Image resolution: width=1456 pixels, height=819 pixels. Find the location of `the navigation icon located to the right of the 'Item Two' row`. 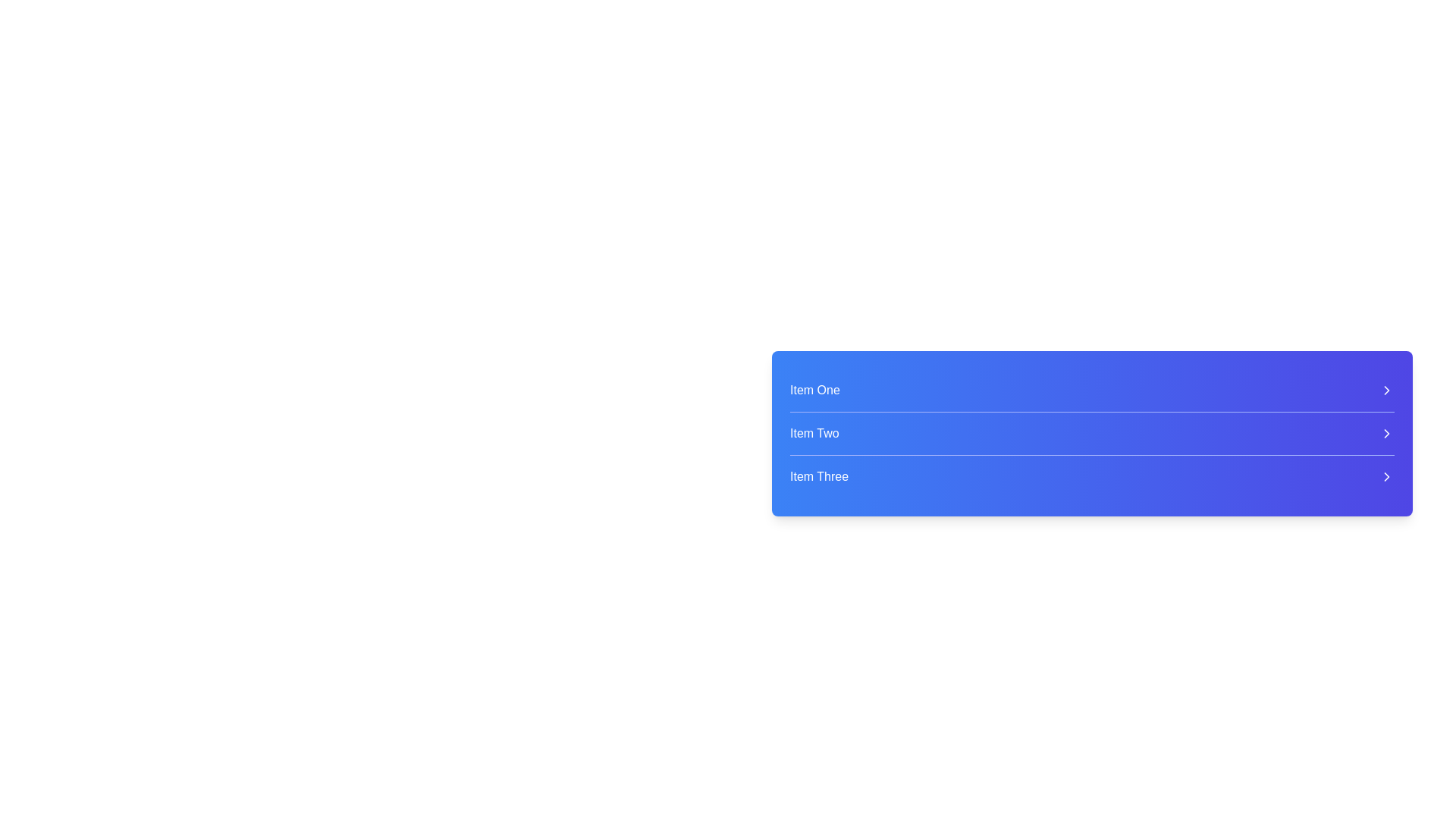

the navigation icon located to the right of the 'Item Two' row is located at coordinates (1386, 433).